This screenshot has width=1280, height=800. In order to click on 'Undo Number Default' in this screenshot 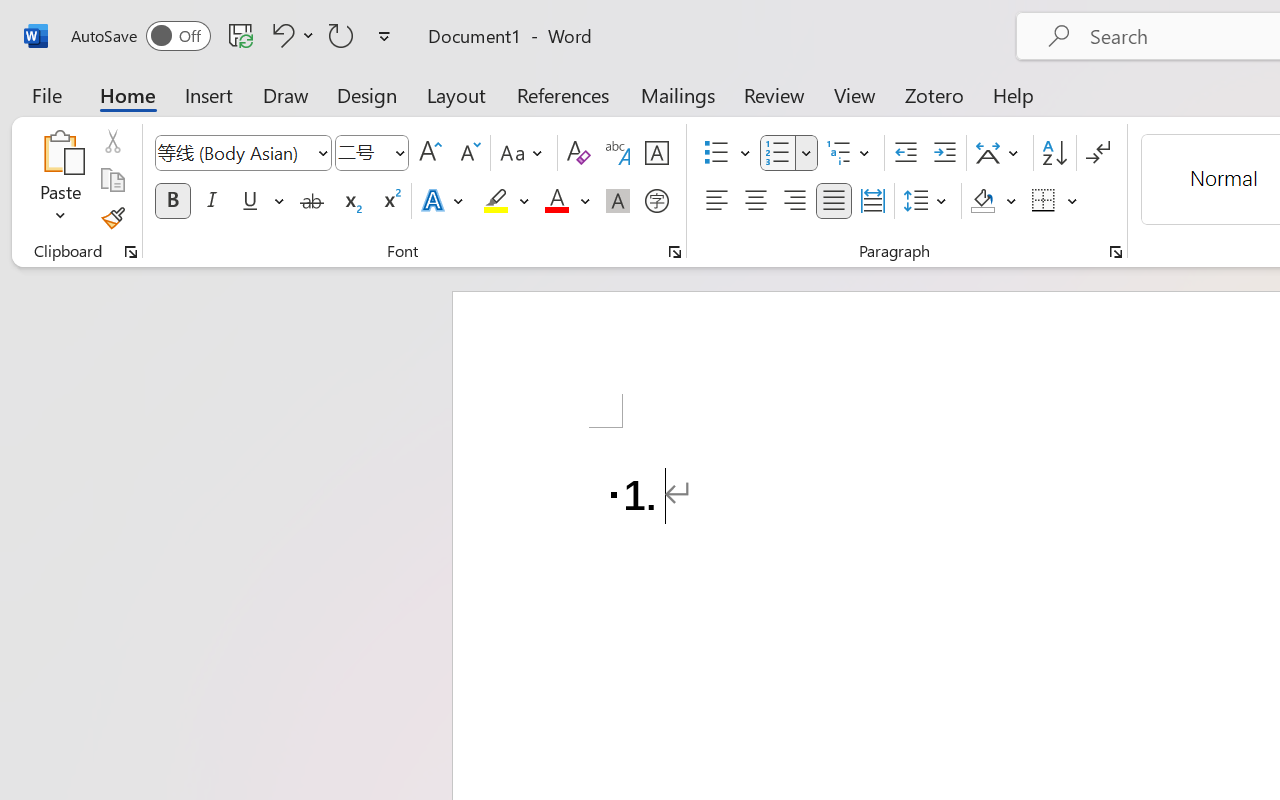, I will do `click(279, 34)`.